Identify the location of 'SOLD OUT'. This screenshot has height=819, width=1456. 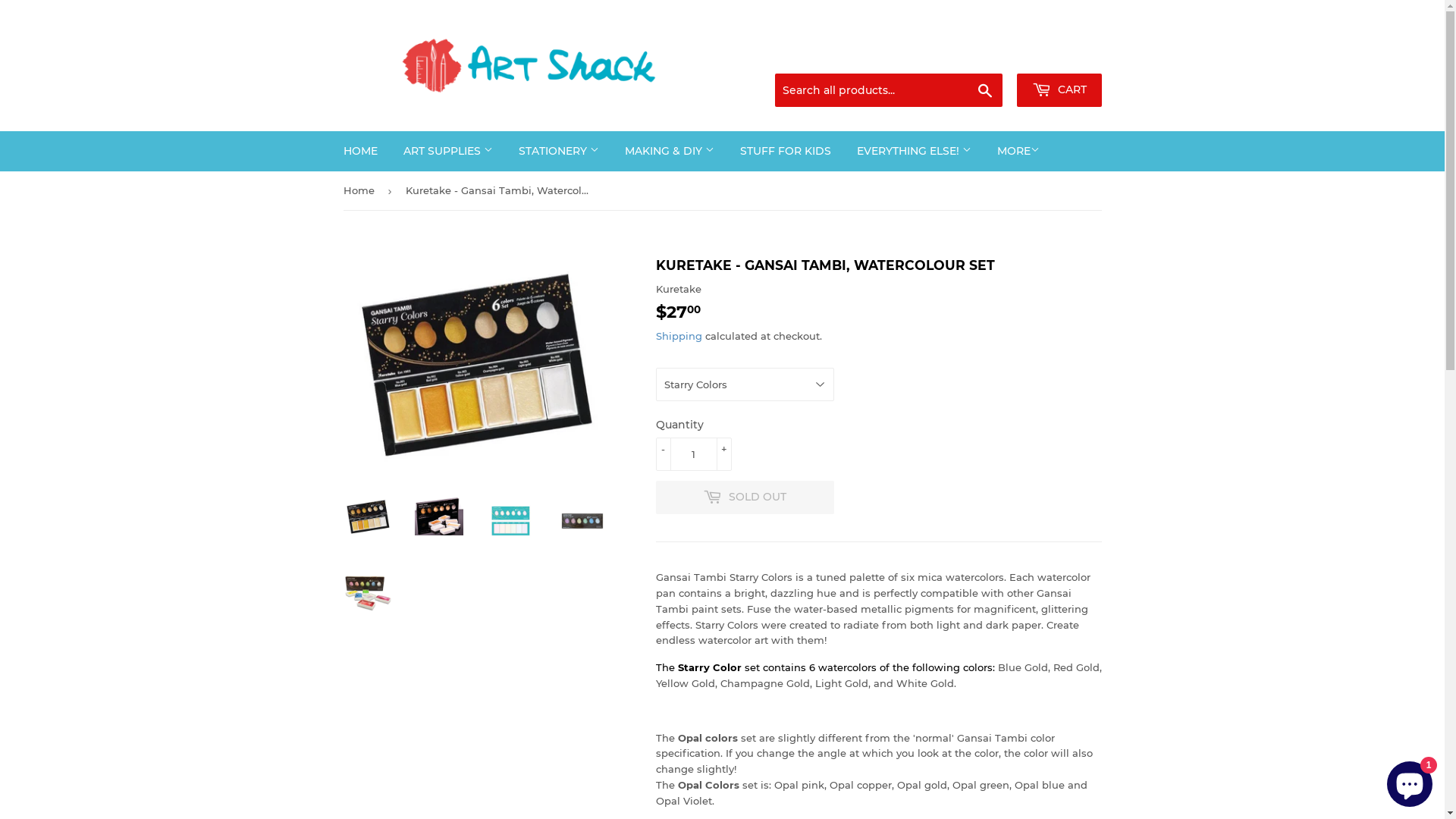
(744, 497).